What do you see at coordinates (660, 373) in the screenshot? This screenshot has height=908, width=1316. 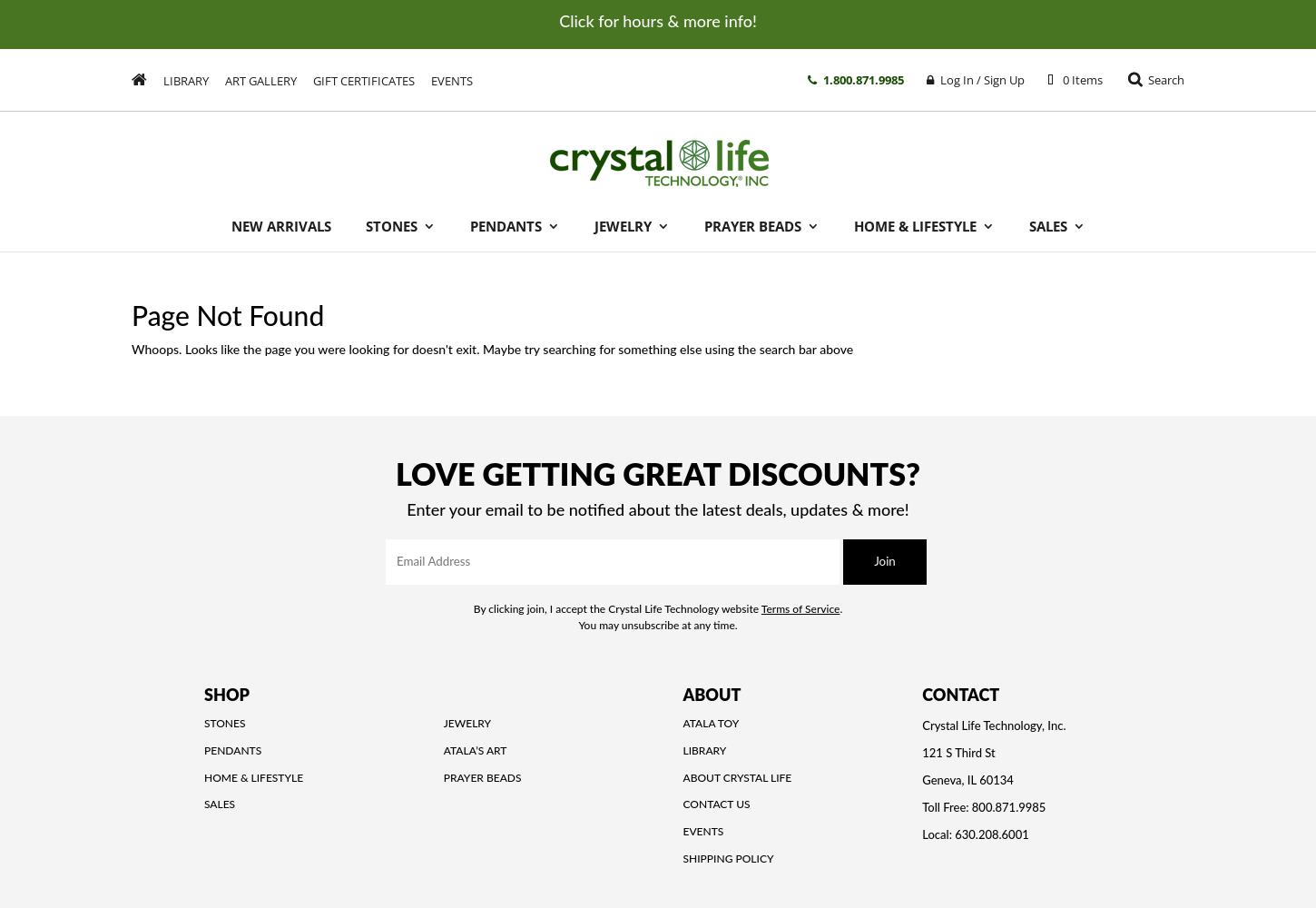 I see `'Chakra Jewelry'` at bounding box center [660, 373].